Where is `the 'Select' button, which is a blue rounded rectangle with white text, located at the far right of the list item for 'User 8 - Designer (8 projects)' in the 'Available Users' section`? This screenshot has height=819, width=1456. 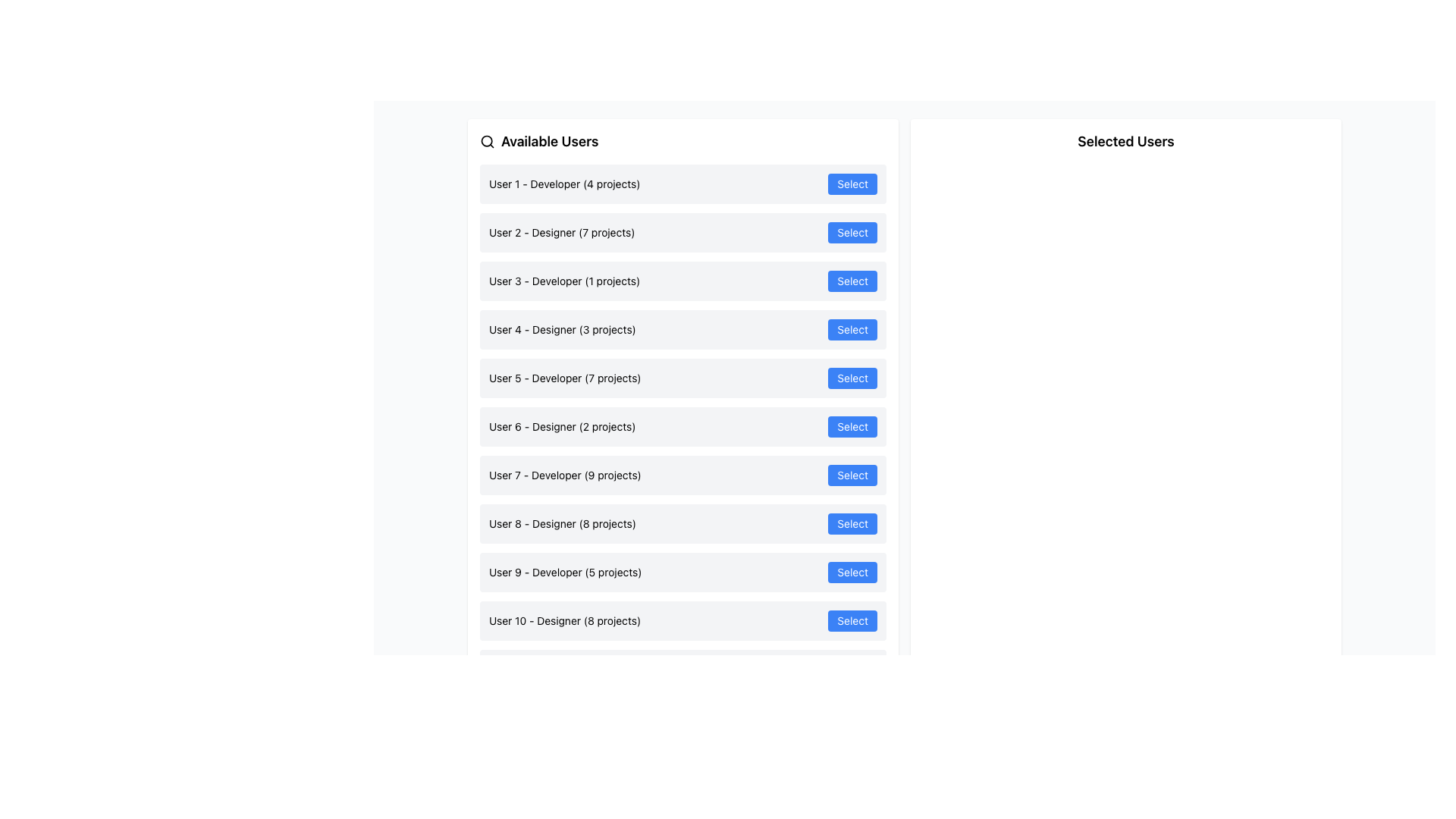 the 'Select' button, which is a blue rounded rectangle with white text, located at the far right of the list item for 'User 8 - Designer (8 projects)' in the 'Available Users' section is located at coordinates (852, 522).